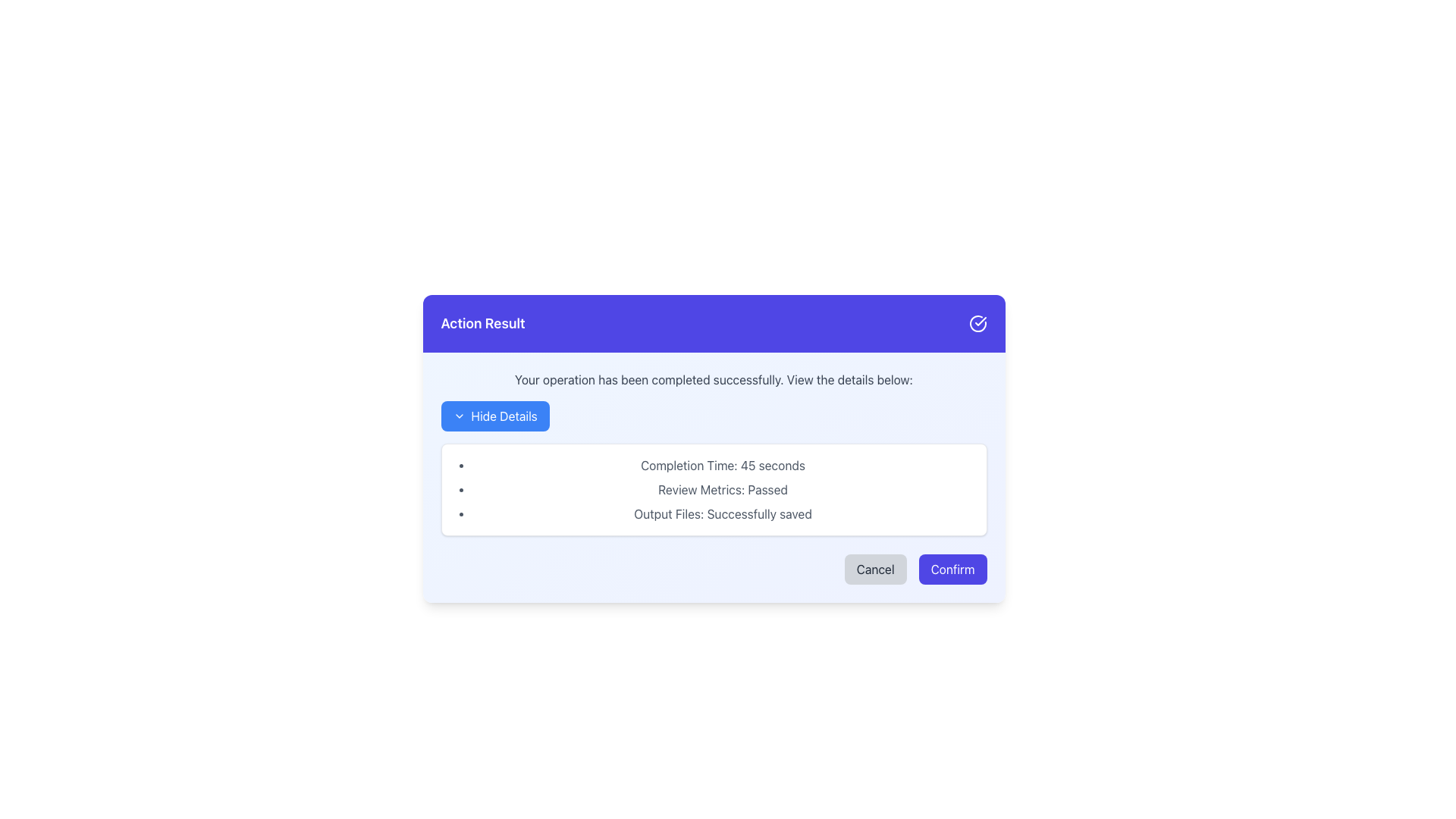 The width and height of the screenshot is (1456, 819). Describe the element at coordinates (977, 323) in the screenshot. I see `the circular checkmark icon in the top-right corner of the 'Action Result' purple header section` at that location.